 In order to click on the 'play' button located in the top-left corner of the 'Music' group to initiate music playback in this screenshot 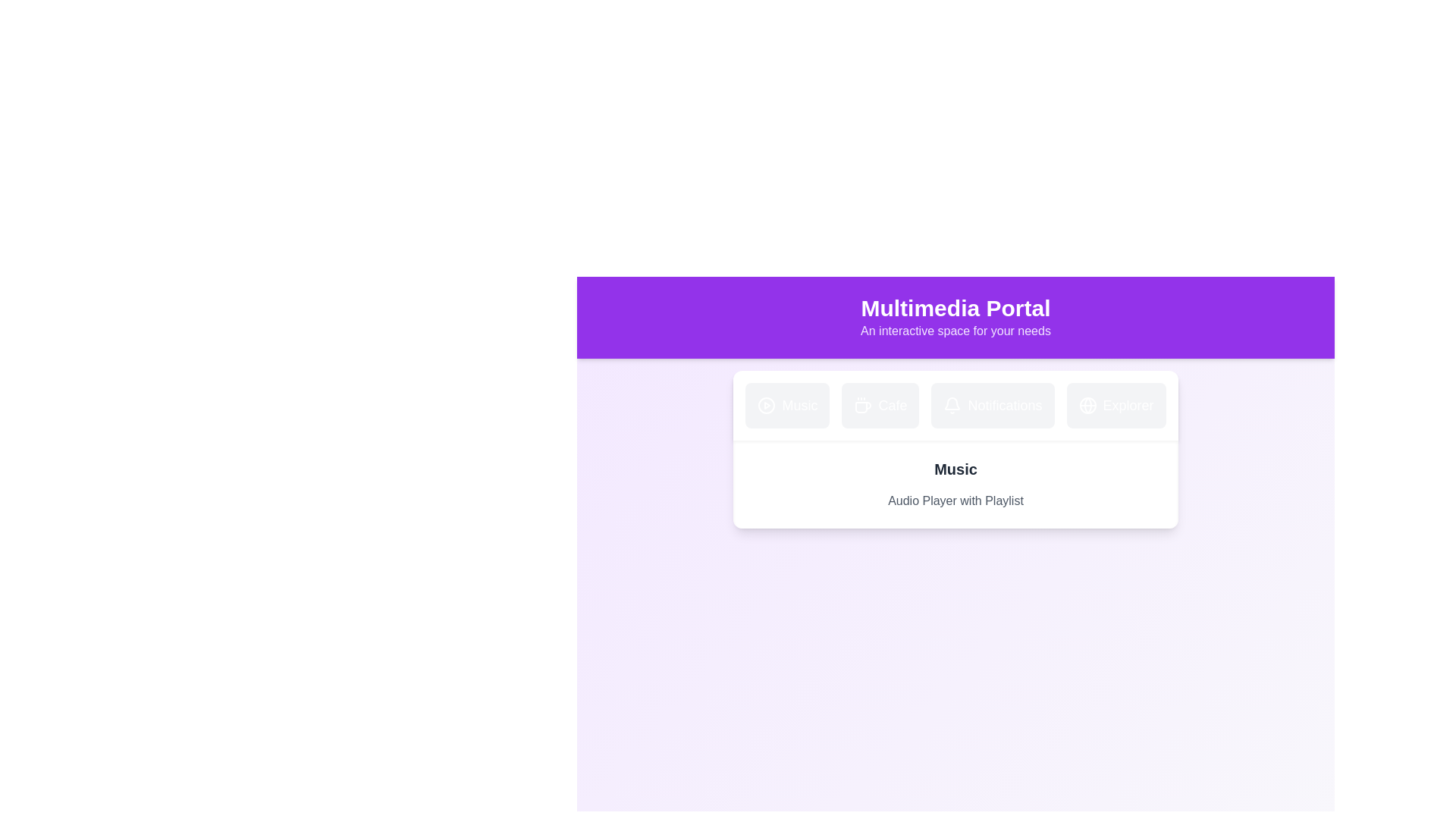, I will do `click(767, 405)`.